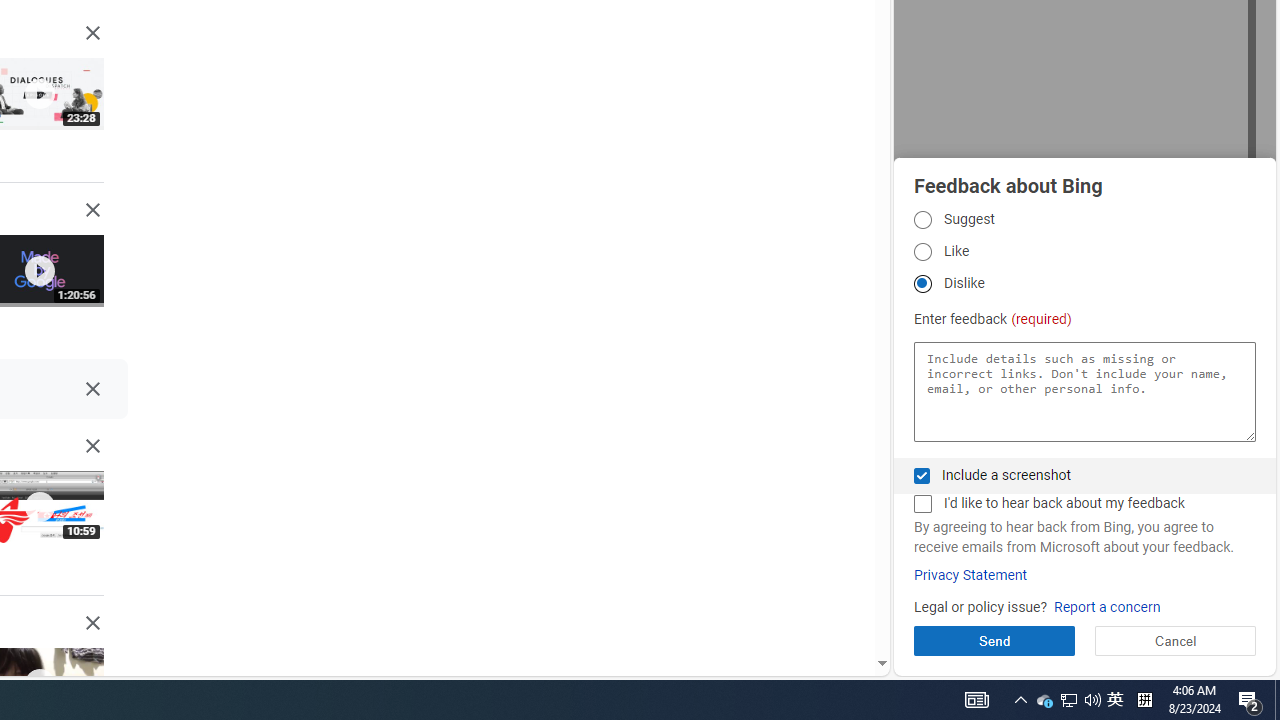 Image resolution: width=1280 pixels, height=720 pixels. What do you see at coordinates (921, 250) in the screenshot?
I see `'Like Like'` at bounding box center [921, 250].